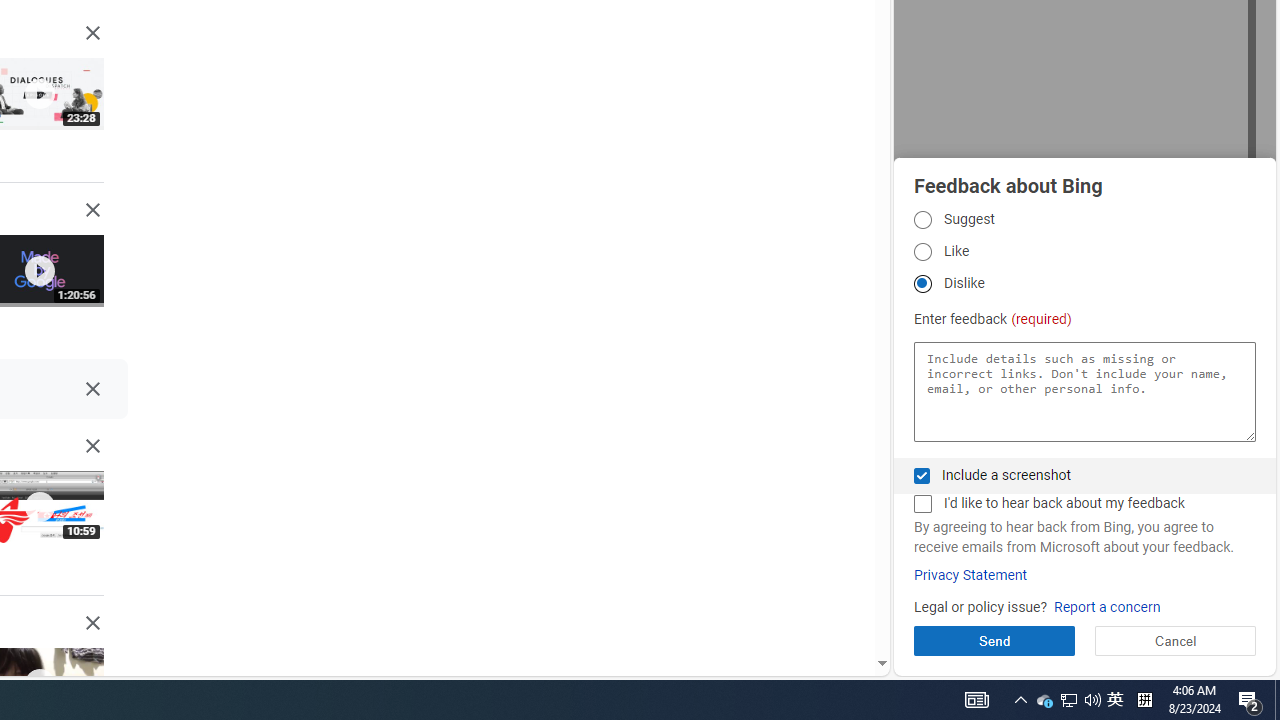 Image resolution: width=1280 pixels, height=720 pixels. What do you see at coordinates (921, 250) in the screenshot?
I see `'Like Like'` at bounding box center [921, 250].